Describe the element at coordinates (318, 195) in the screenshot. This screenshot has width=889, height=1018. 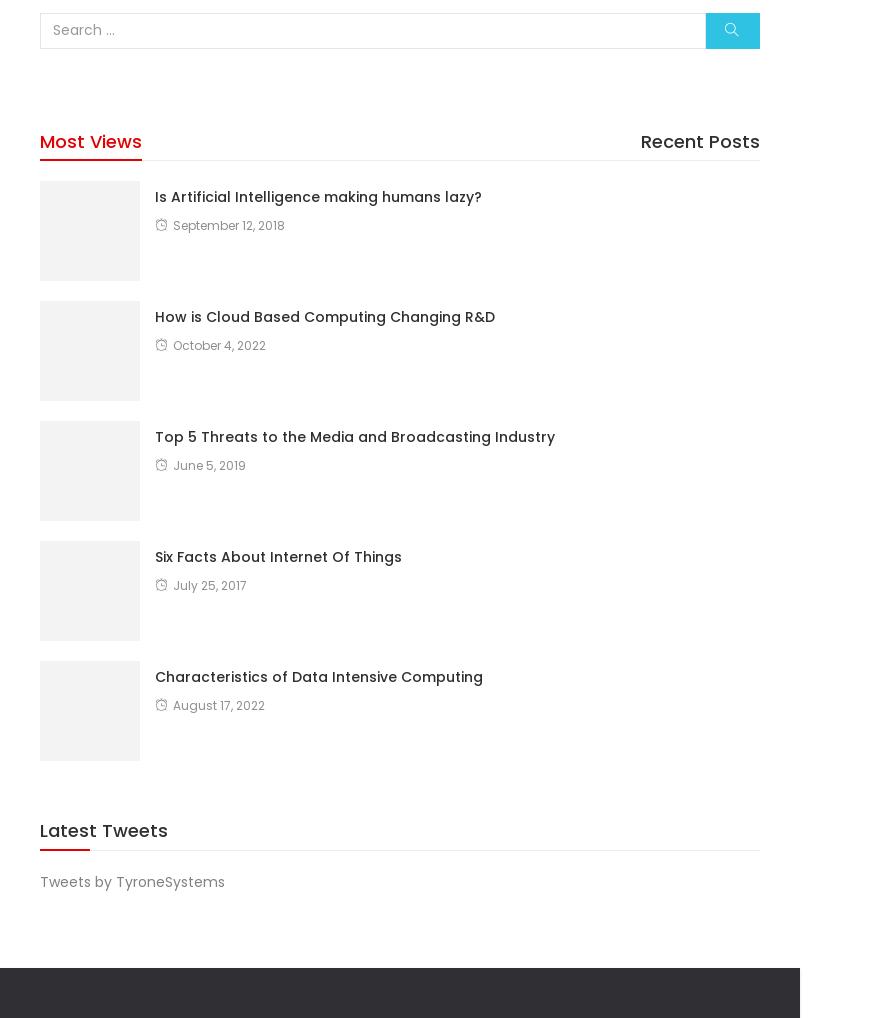
I see `'Is Artificial Intelligence making humans lazy?'` at that location.